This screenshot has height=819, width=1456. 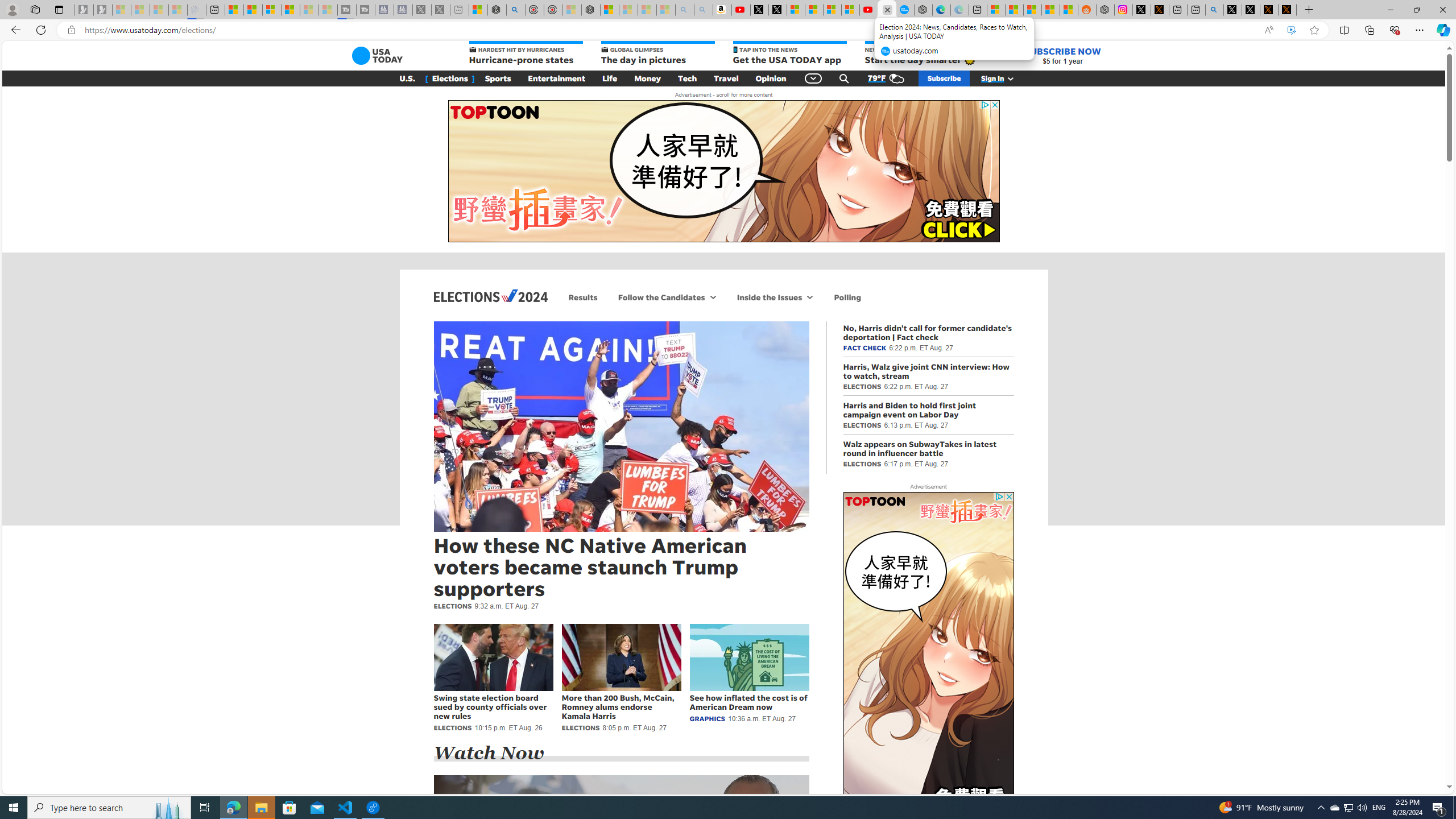 What do you see at coordinates (556, 78) in the screenshot?
I see `'Entertainment'` at bounding box center [556, 78].